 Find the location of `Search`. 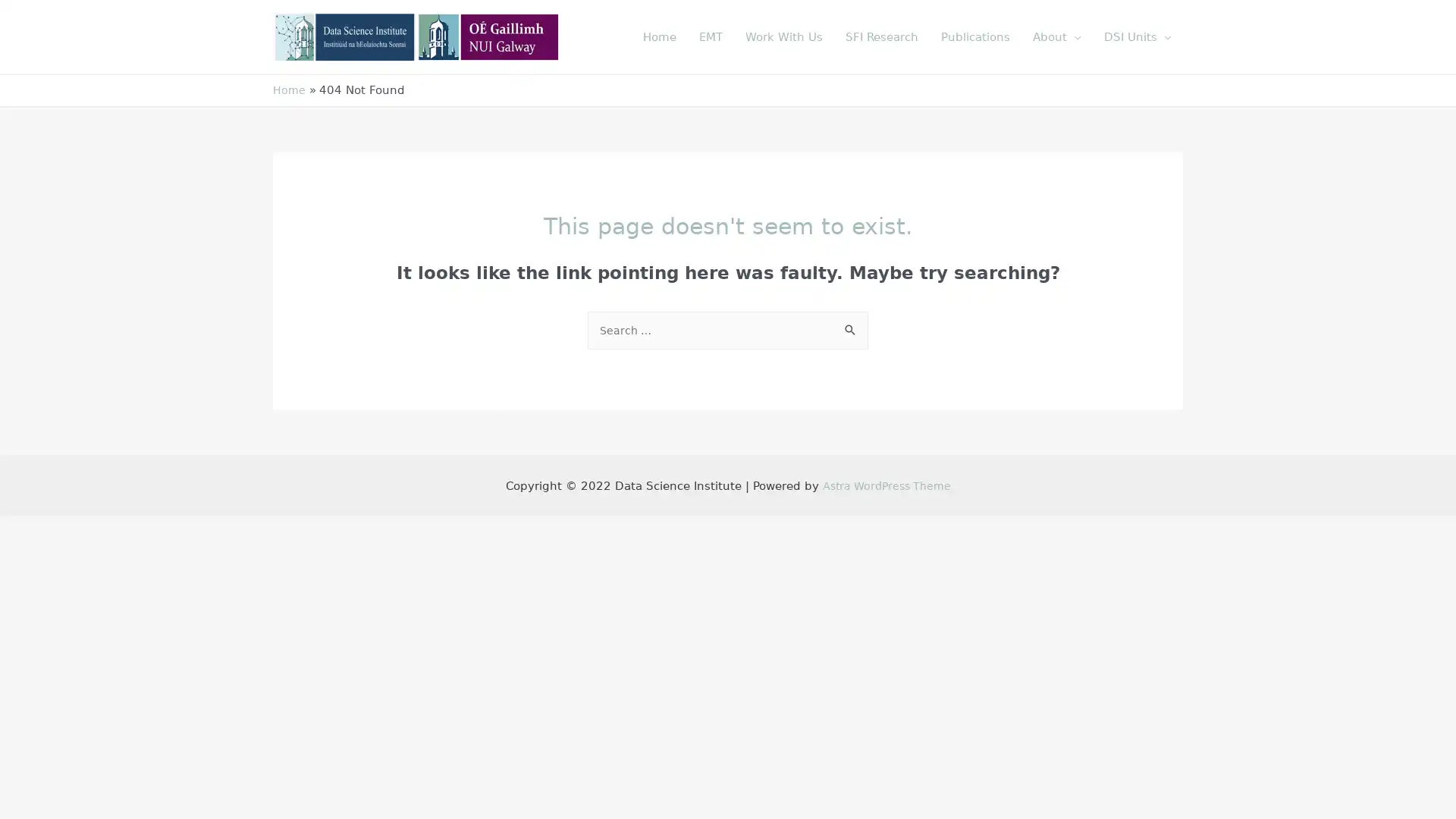

Search is located at coordinates (851, 326).